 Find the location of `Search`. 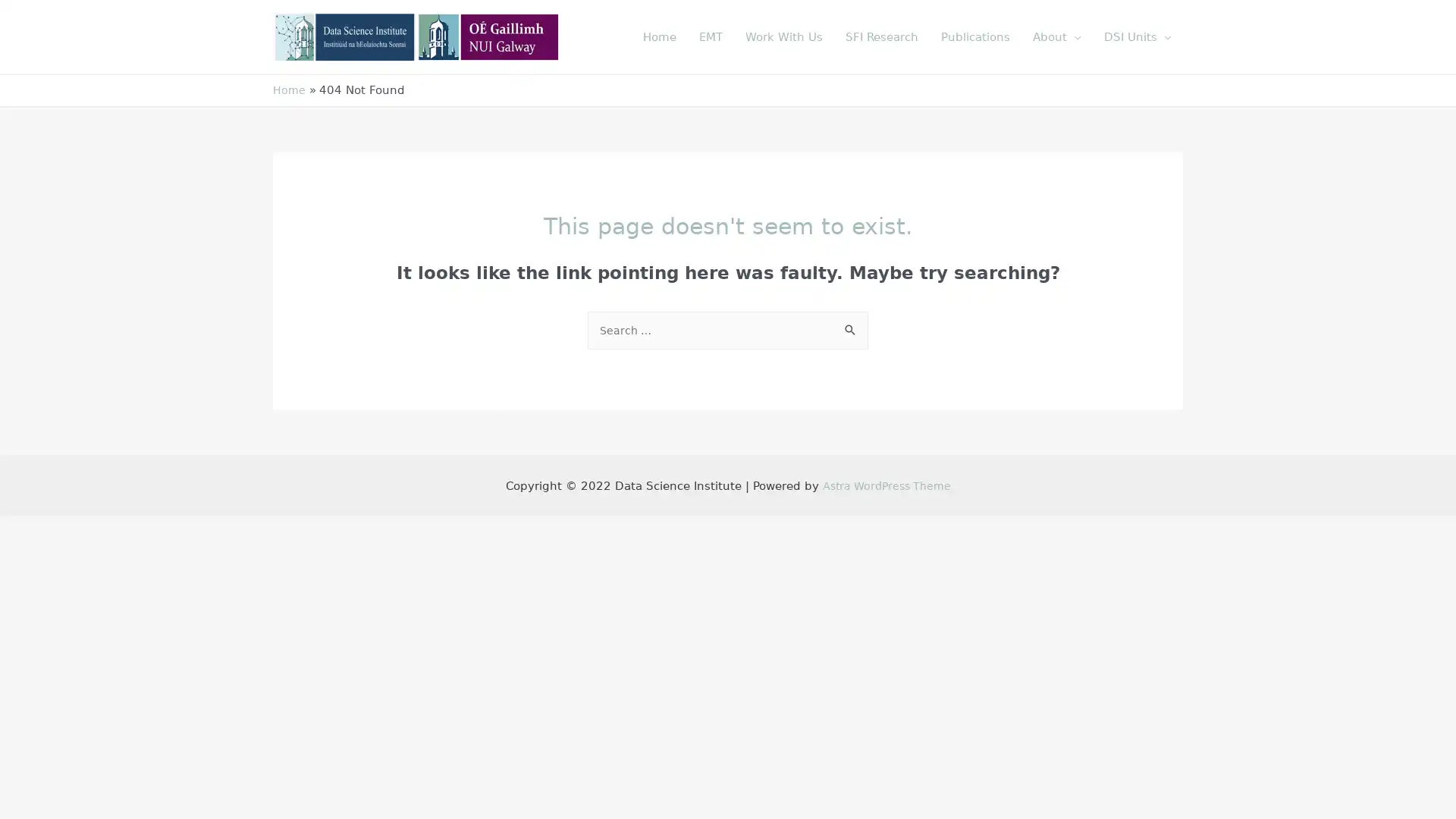

Search is located at coordinates (851, 326).